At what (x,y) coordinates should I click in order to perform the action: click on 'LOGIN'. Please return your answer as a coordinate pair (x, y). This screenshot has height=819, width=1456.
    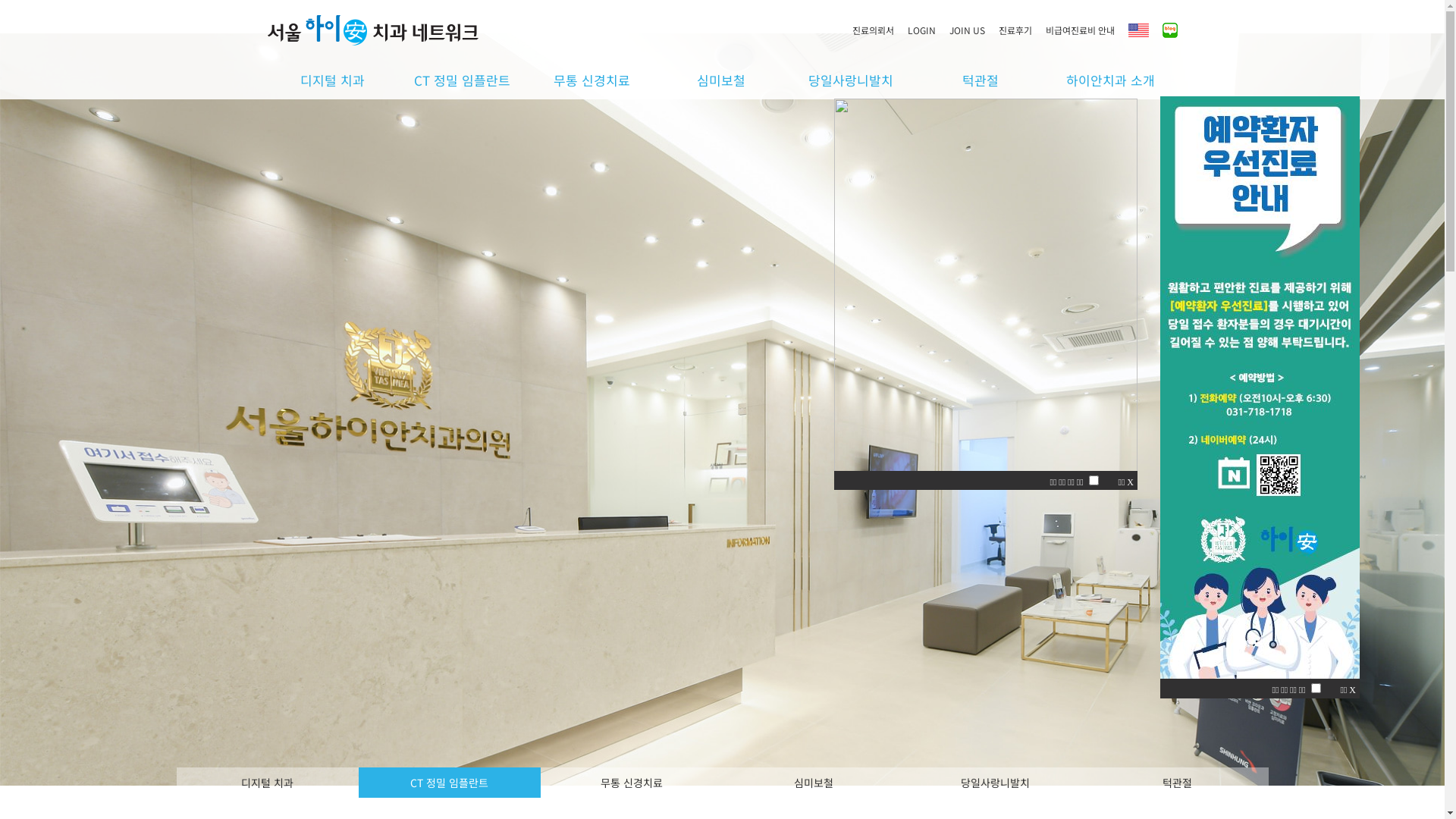
    Looking at the image, I should click on (906, 30).